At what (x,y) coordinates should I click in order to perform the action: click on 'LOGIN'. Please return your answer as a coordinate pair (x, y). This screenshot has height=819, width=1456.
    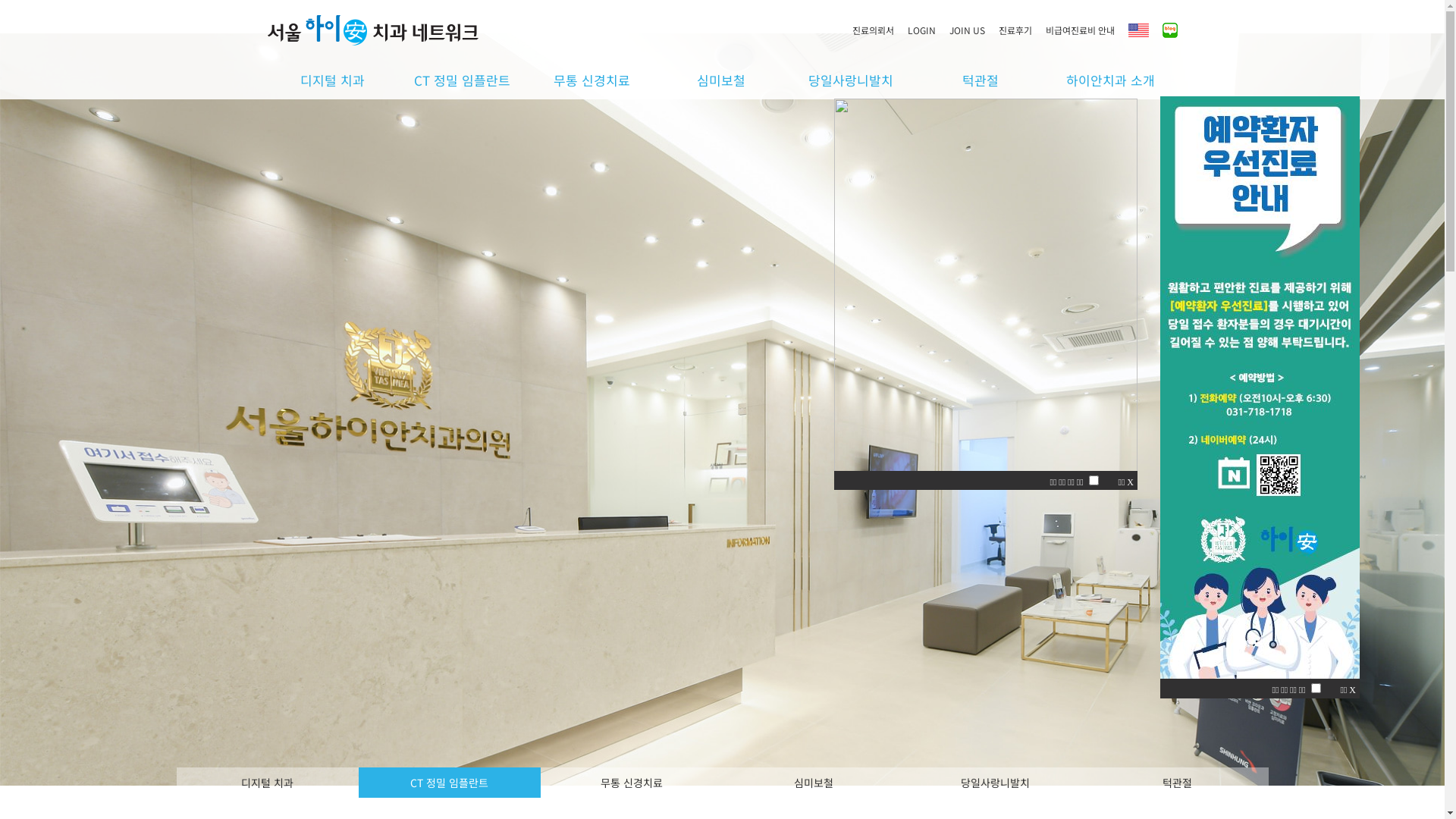
    Looking at the image, I should click on (906, 30).